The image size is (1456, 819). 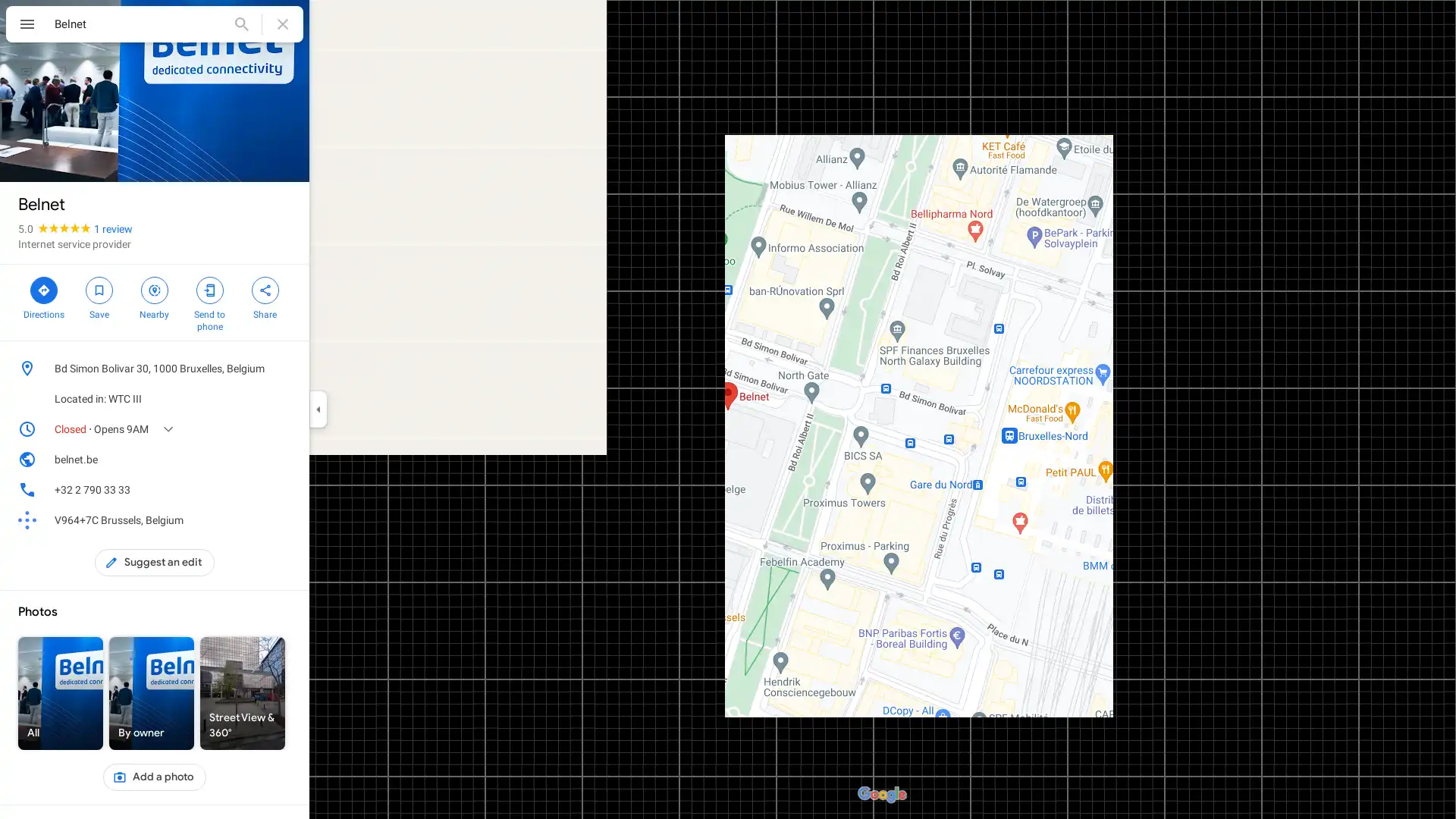 What do you see at coordinates (284, 458) in the screenshot?
I see `Copy website` at bounding box center [284, 458].